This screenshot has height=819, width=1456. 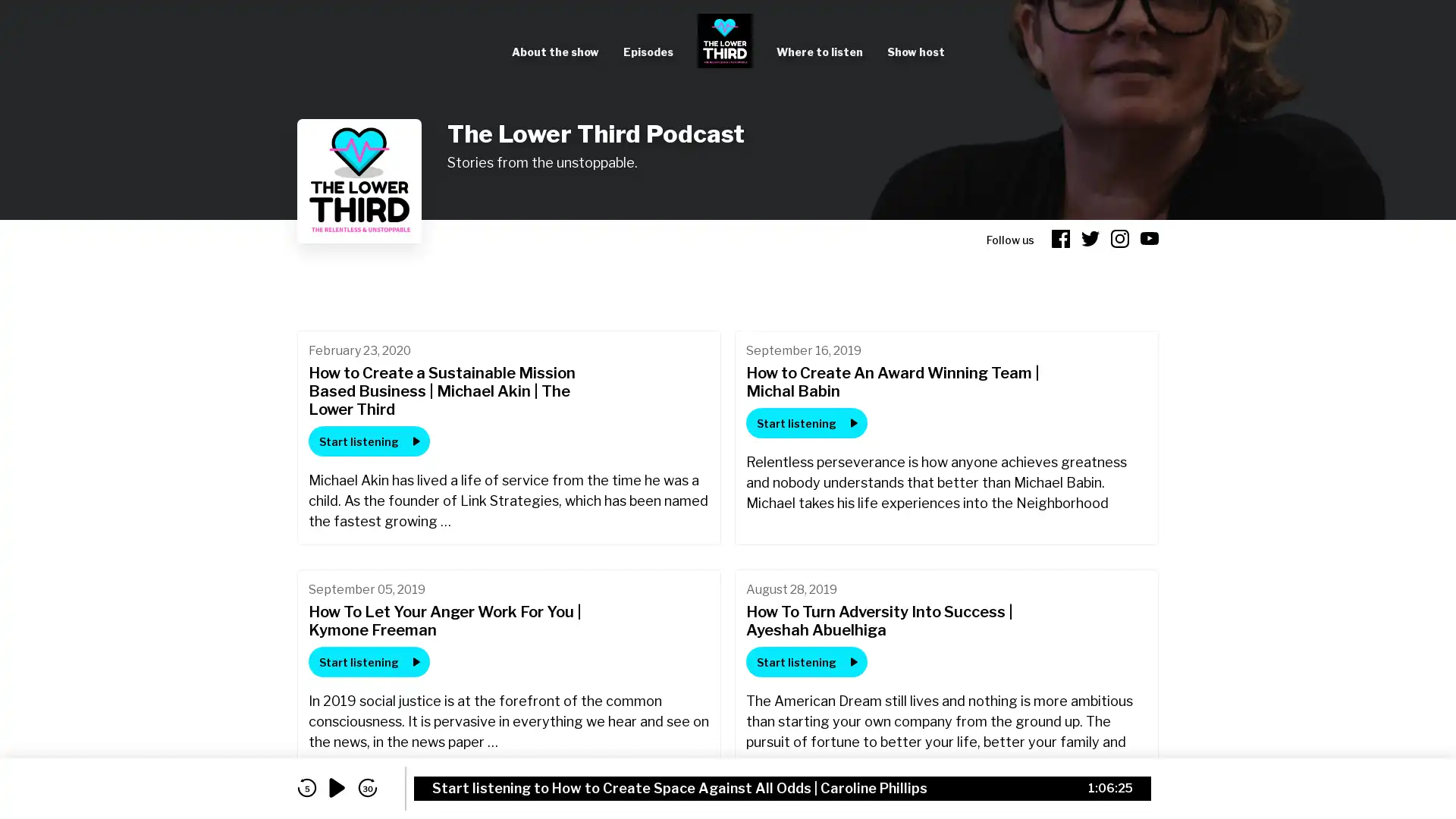 I want to click on Start listening, so click(x=806, y=423).